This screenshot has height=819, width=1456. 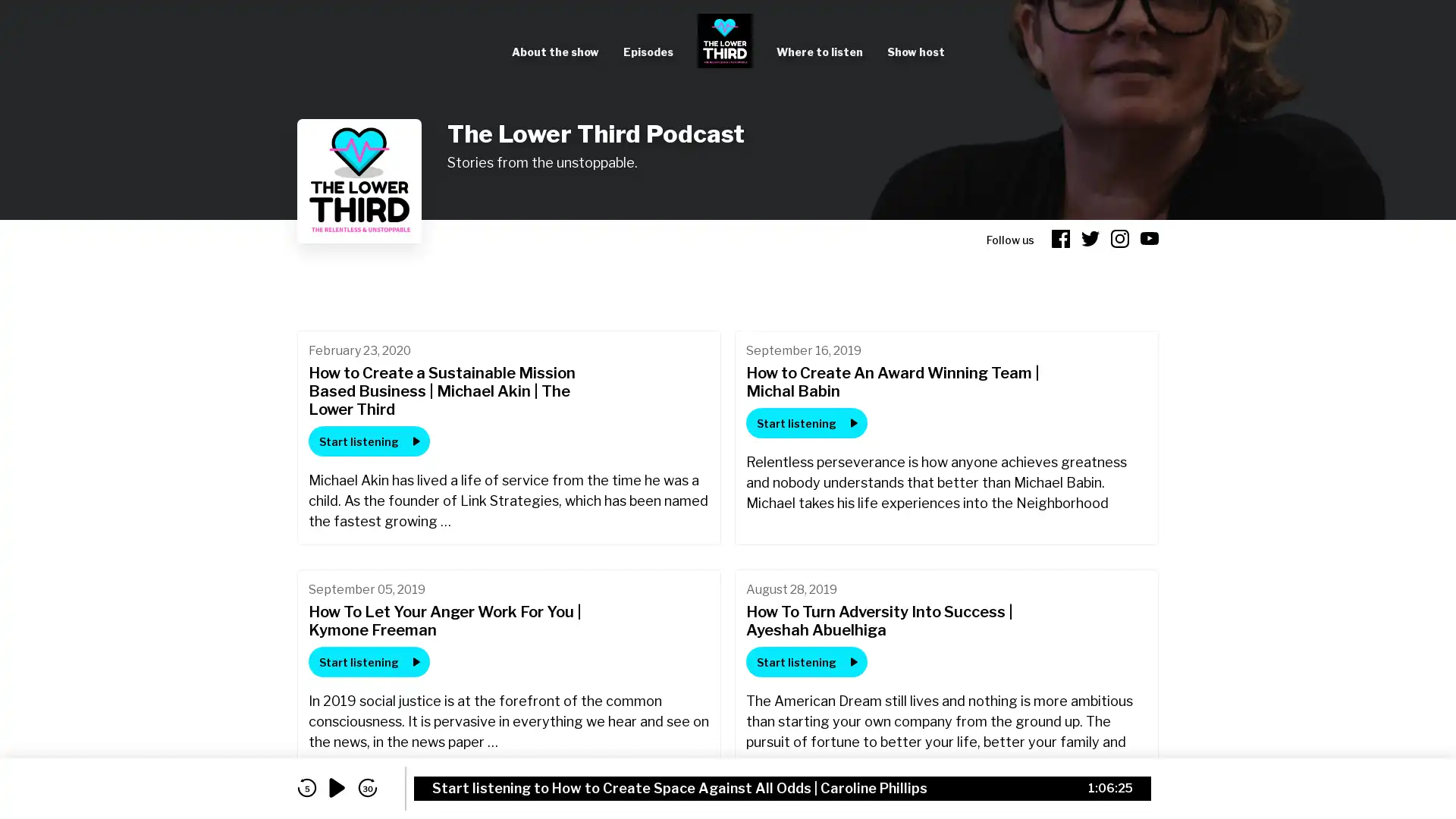 I want to click on Start listening, so click(x=806, y=423).